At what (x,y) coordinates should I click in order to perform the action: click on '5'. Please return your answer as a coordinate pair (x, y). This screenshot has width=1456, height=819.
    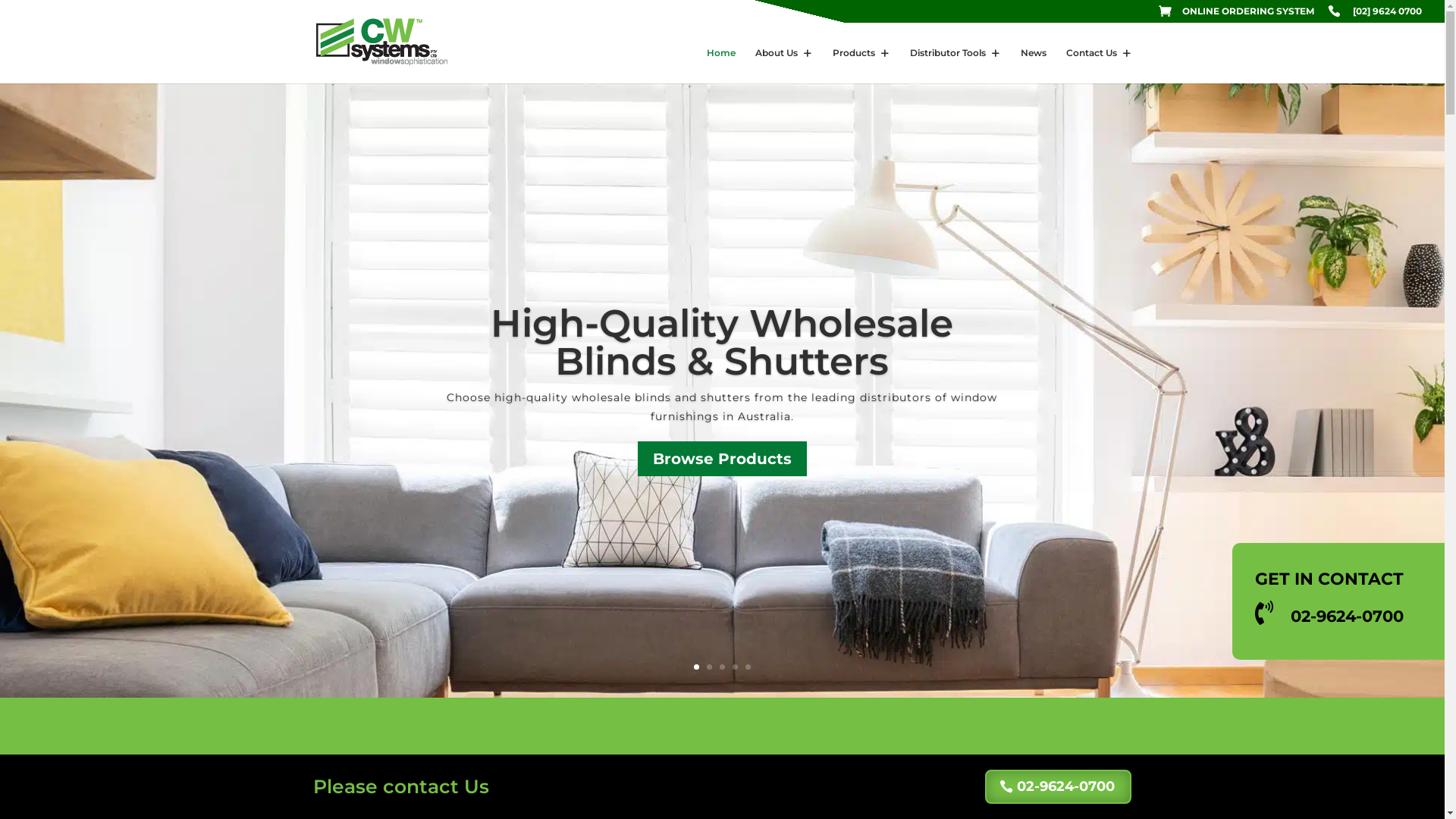
    Looking at the image, I should click on (748, 666).